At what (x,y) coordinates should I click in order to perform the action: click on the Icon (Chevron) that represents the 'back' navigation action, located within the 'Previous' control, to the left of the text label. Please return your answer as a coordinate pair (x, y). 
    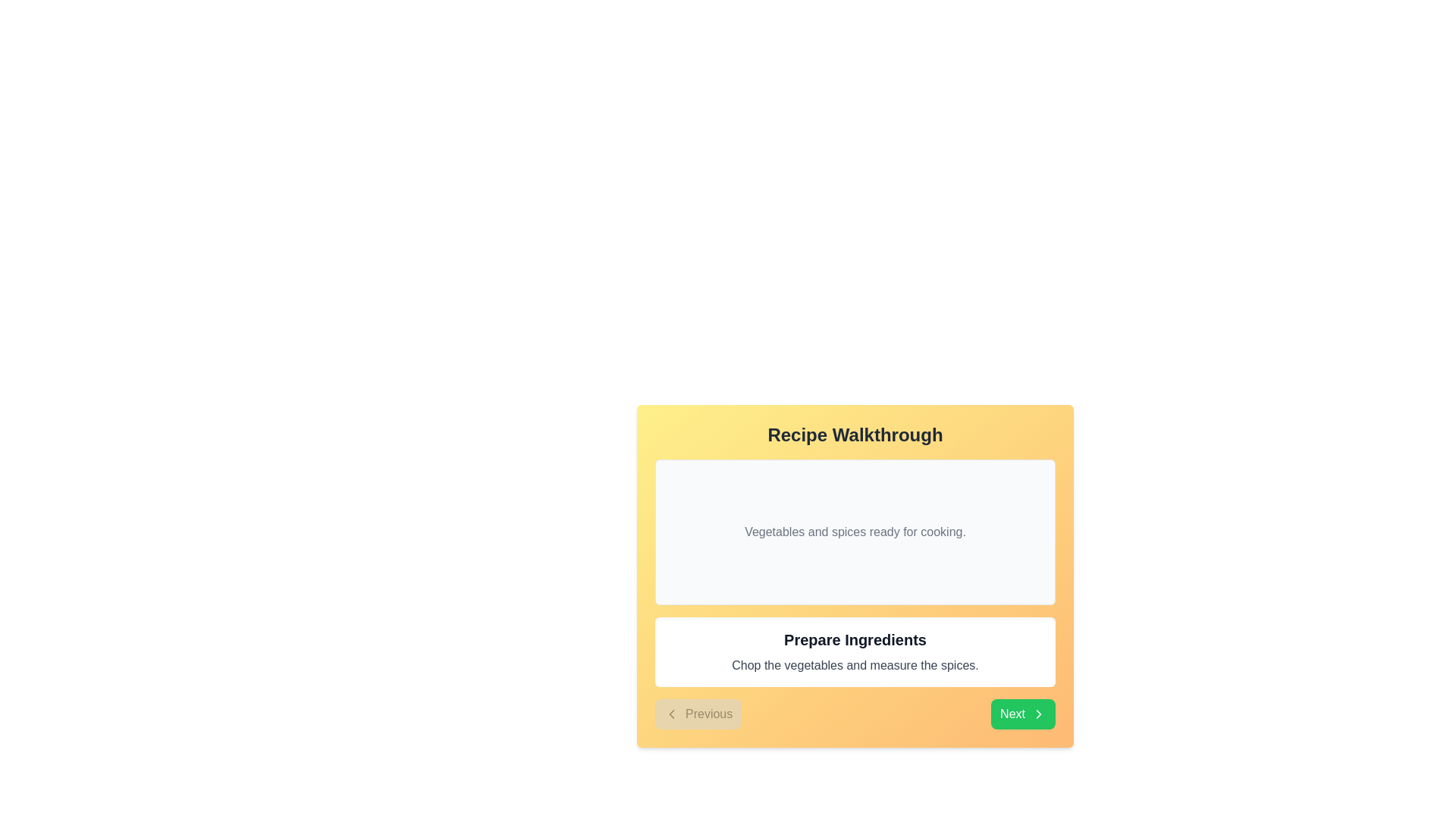
    Looking at the image, I should click on (671, 714).